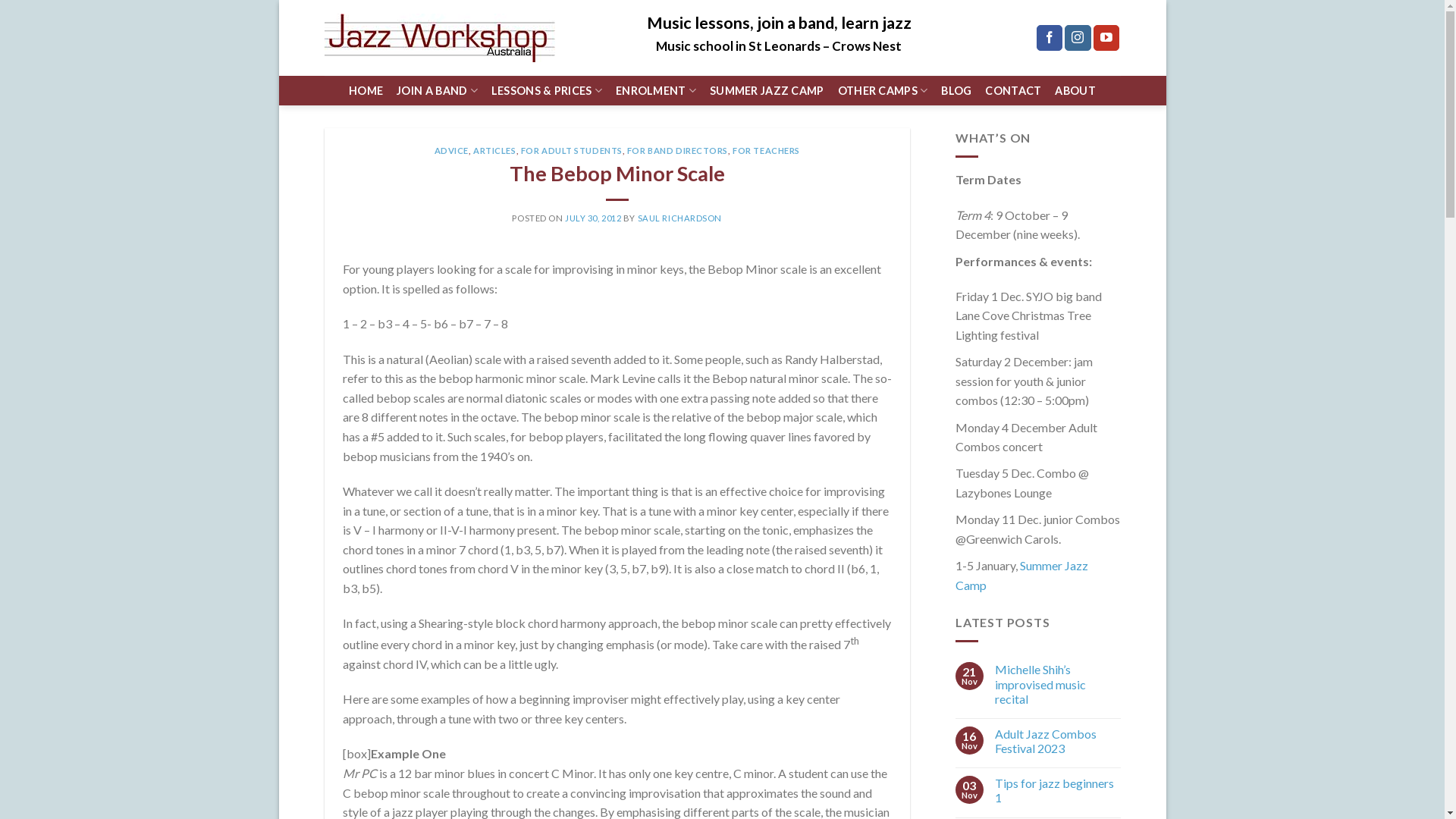 This screenshot has height=819, width=1456. What do you see at coordinates (655, 90) in the screenshot?
I see `'ENROLMENT'` at bounding box center [655, 90].